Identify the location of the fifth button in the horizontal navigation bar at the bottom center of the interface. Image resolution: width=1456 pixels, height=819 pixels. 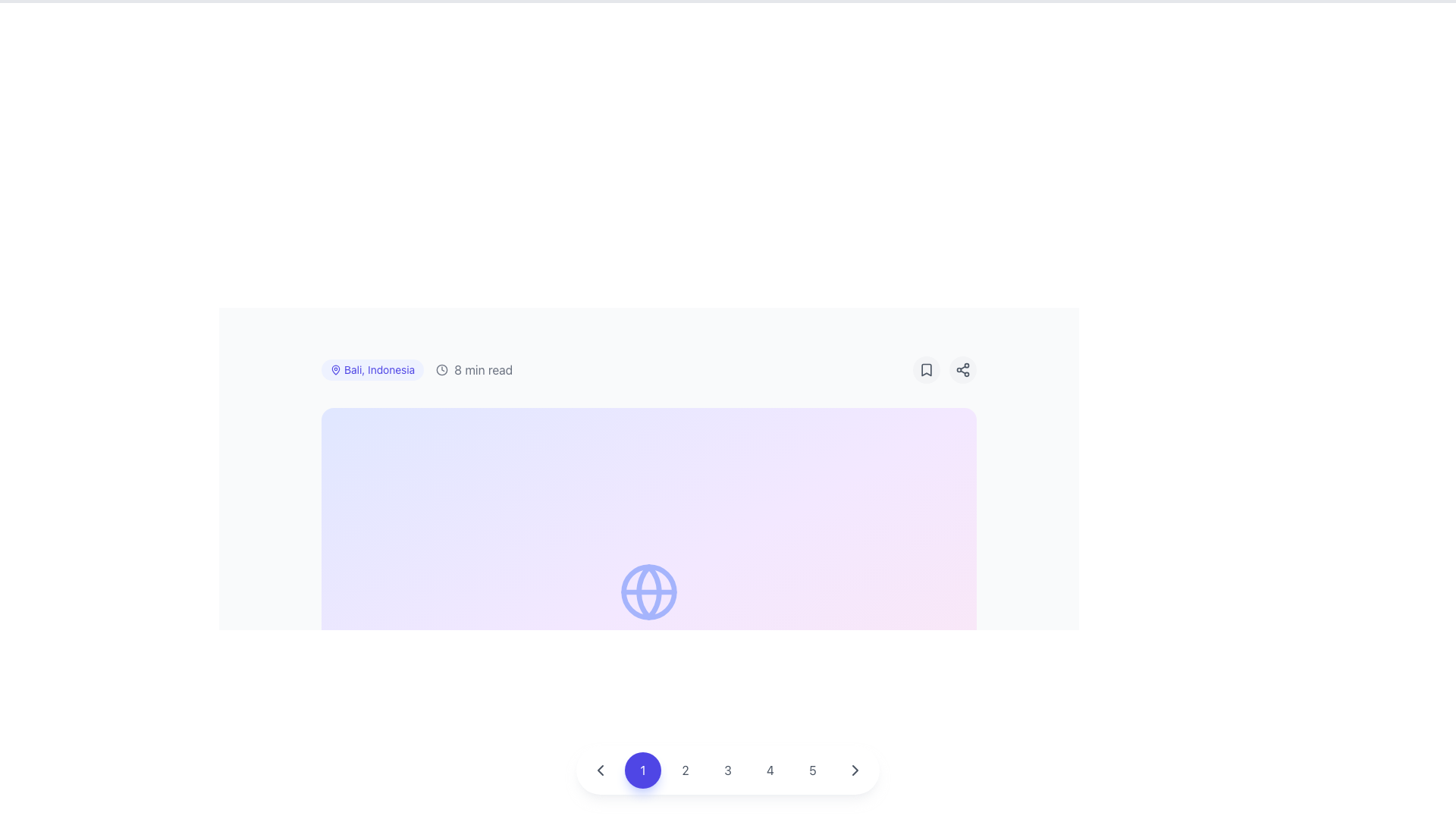
(811, 770).